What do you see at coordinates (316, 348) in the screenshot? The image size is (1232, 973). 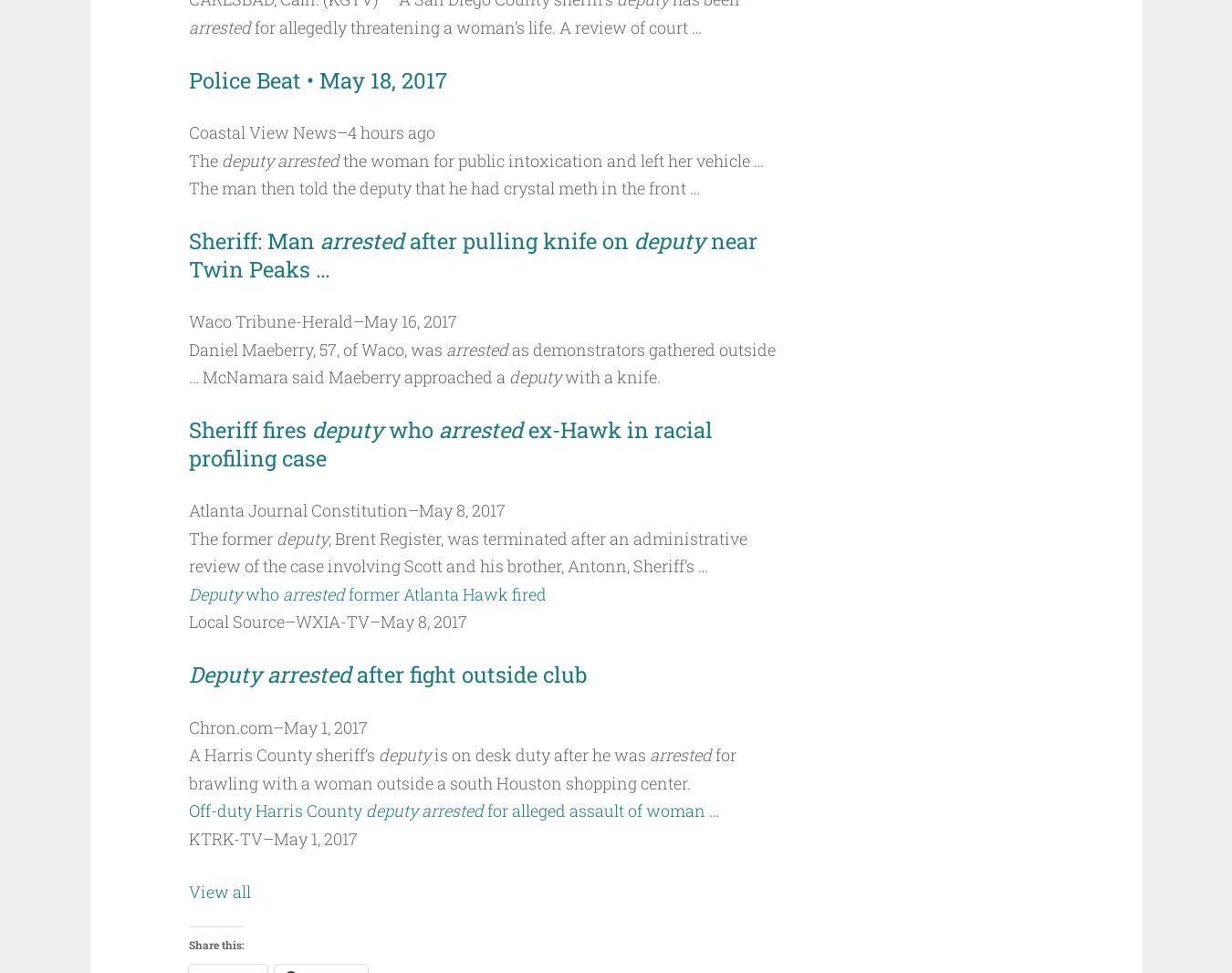 I see `'Daniel Maeberry, 57, of Waco, was'` at bounding box center [316, 348].